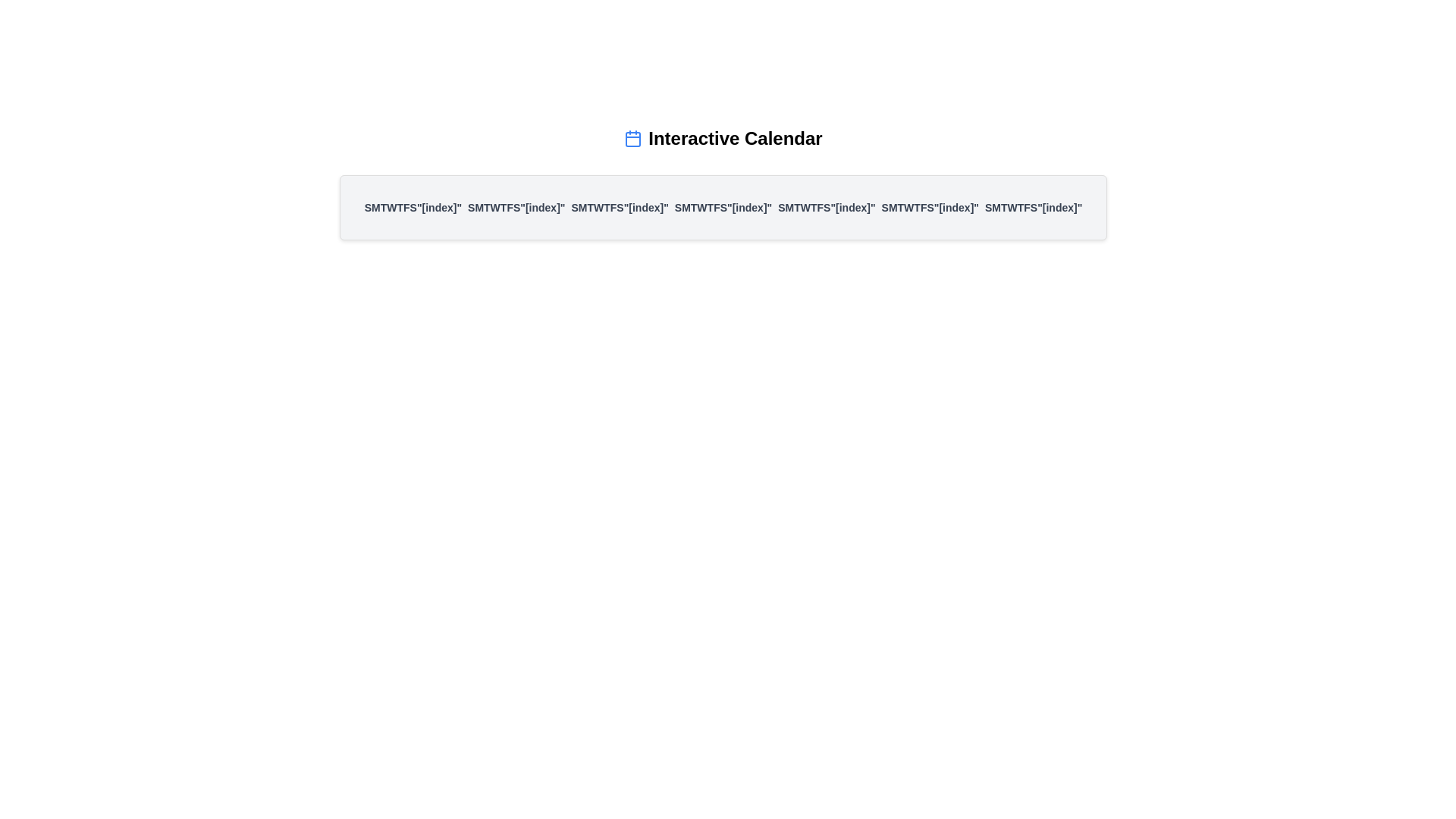 The image size is (1456, 819). I want to click on the static text label displaying 'SMTWTFS' followed by an index value in brackets, which is centrally located in a grid layout and has a light gray background, so click(826, 207).